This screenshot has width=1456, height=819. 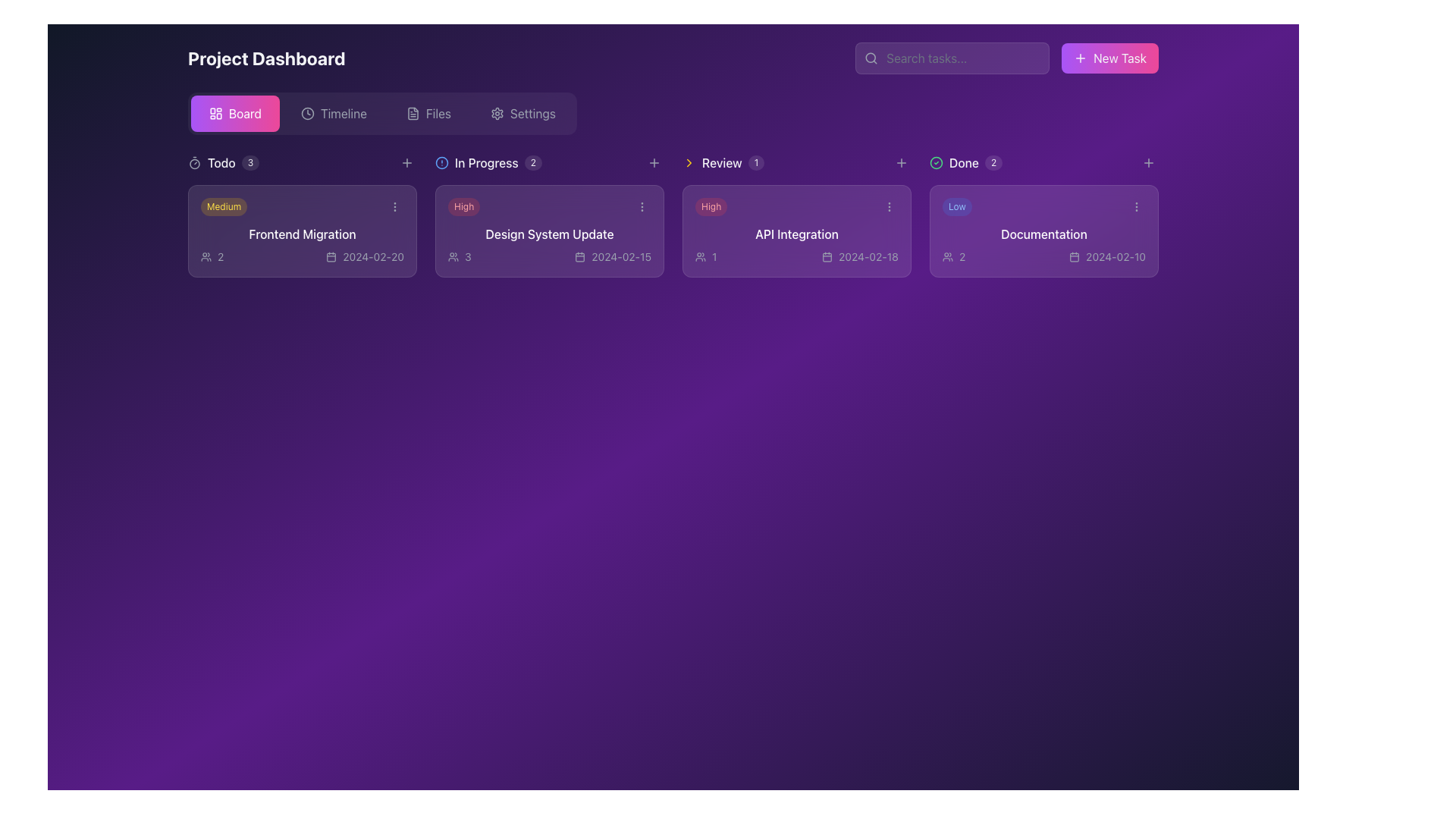 I want to click on the Text Label indicating the due date for the task 'Frontend Migration', located at the bottom-right corner of the task card within the 'Todo' section, so click(x=373, y=256).